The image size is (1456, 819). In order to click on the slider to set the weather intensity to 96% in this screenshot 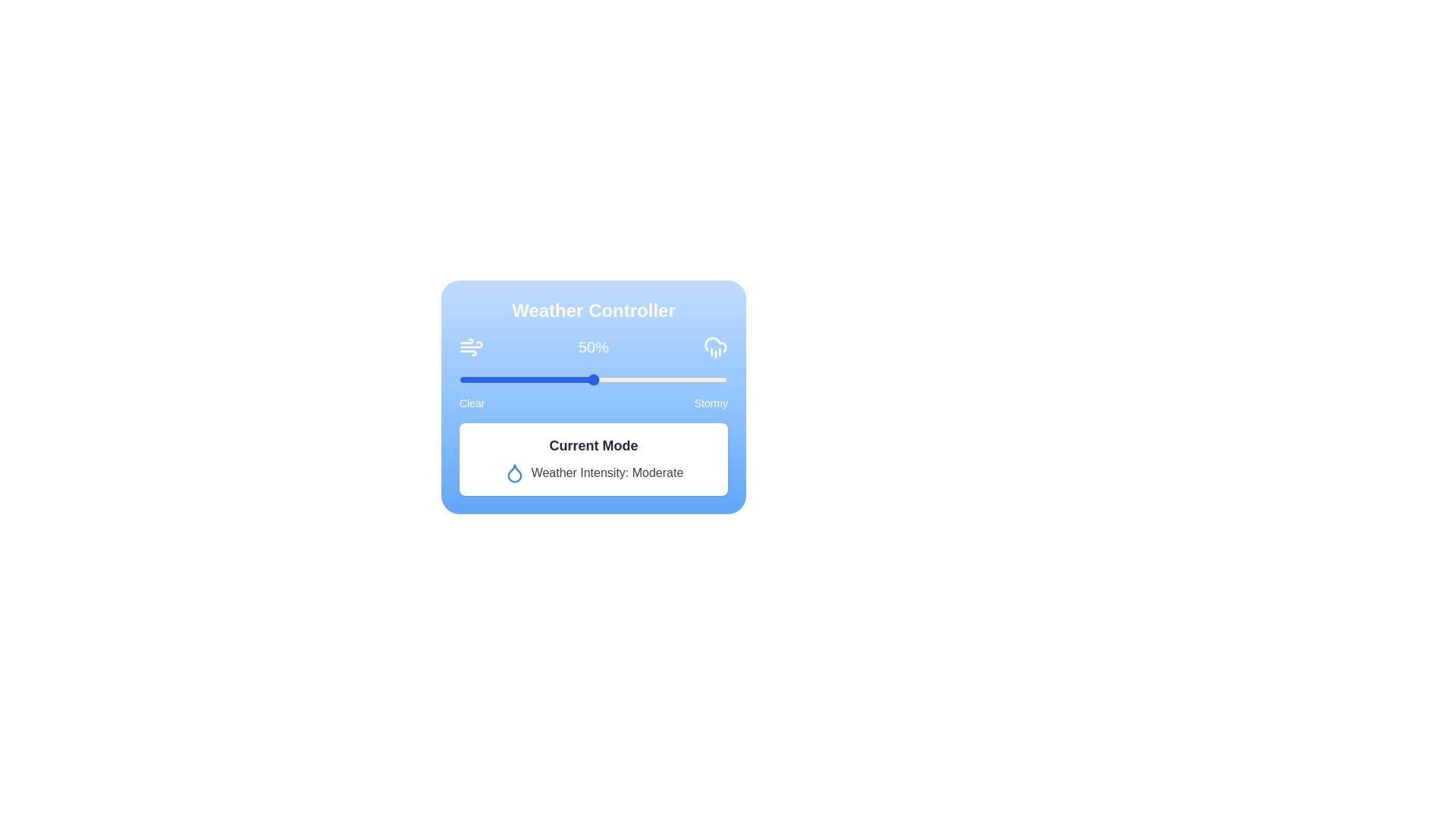, I will do `click(716, 379)`.